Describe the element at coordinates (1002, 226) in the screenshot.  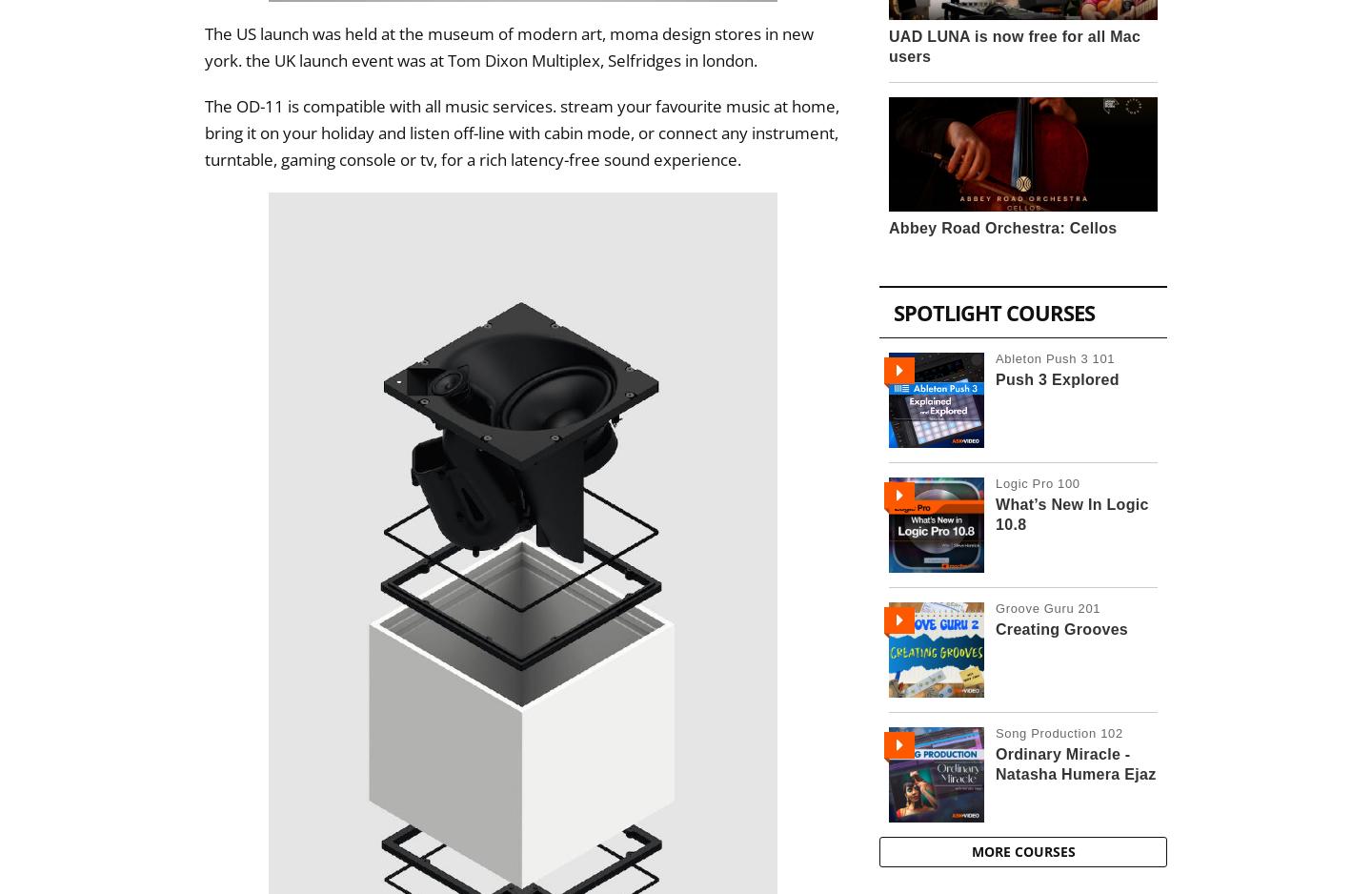
I see `'Abbey Road Orchestra: Cellos'` at that location.